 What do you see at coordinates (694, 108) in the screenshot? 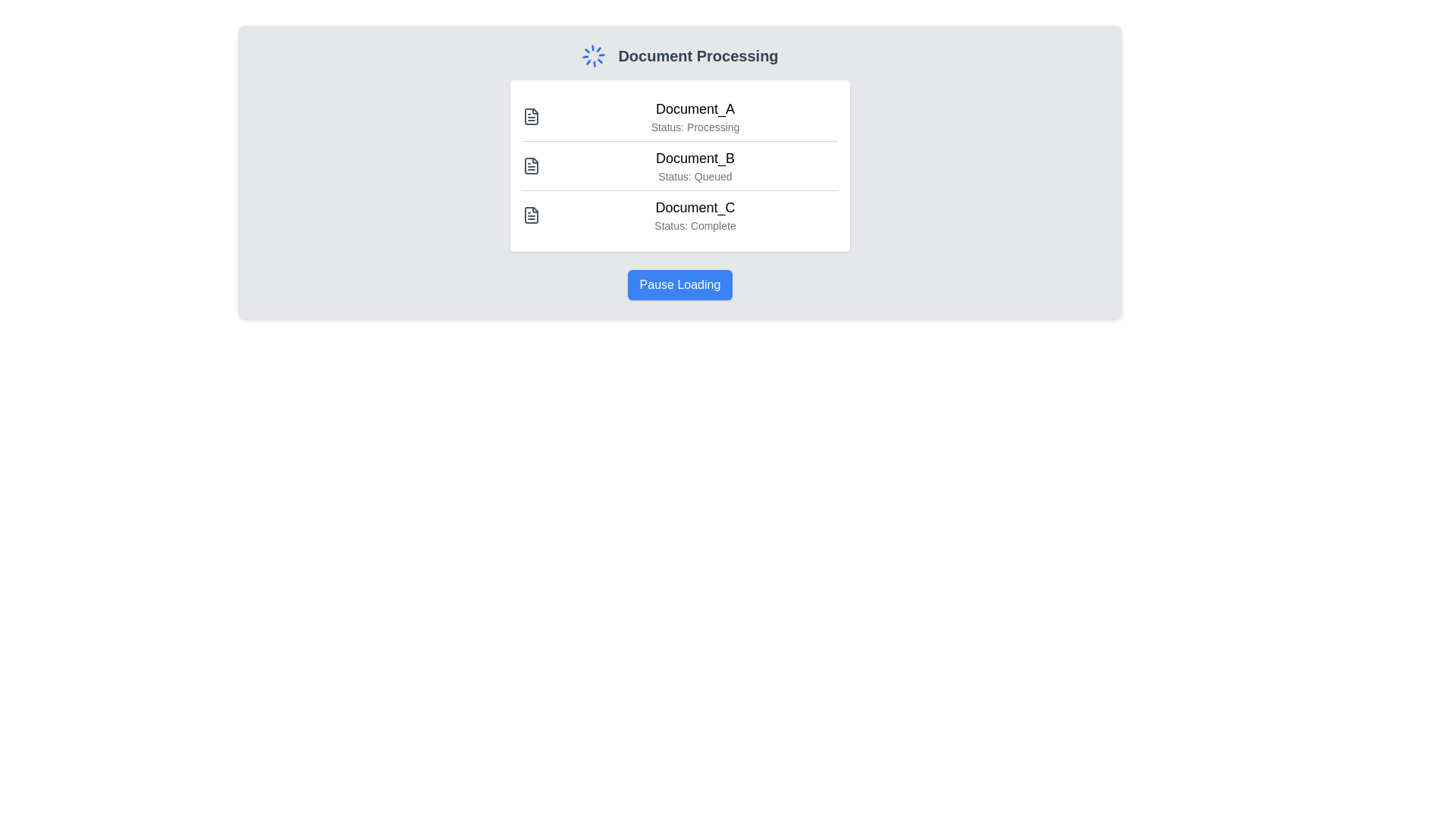
I see `the Text label that indicates the name or identifier of the first document in the processing list, located at the top of the 'Document Processing' card, above the 'Status: Processing' text` at bounding box center [694, 108].